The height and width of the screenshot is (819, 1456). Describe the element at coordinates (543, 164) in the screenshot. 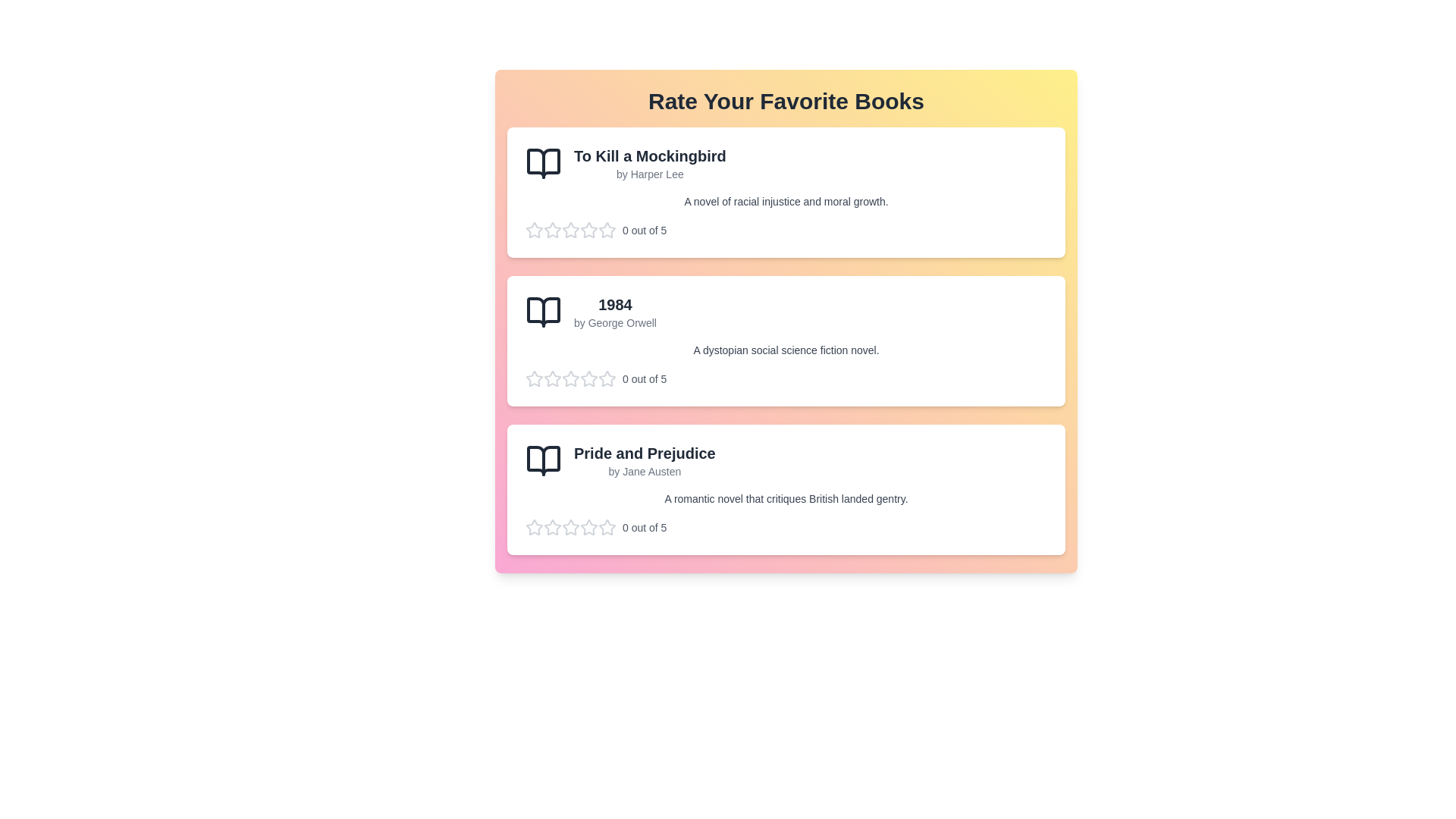

I see `the open book icon, which is styled in a monochrome outline with rounded edges, located in the top-left corner of the card containing 'To Kill a Mockingbird' by Harper Lee` at that location.